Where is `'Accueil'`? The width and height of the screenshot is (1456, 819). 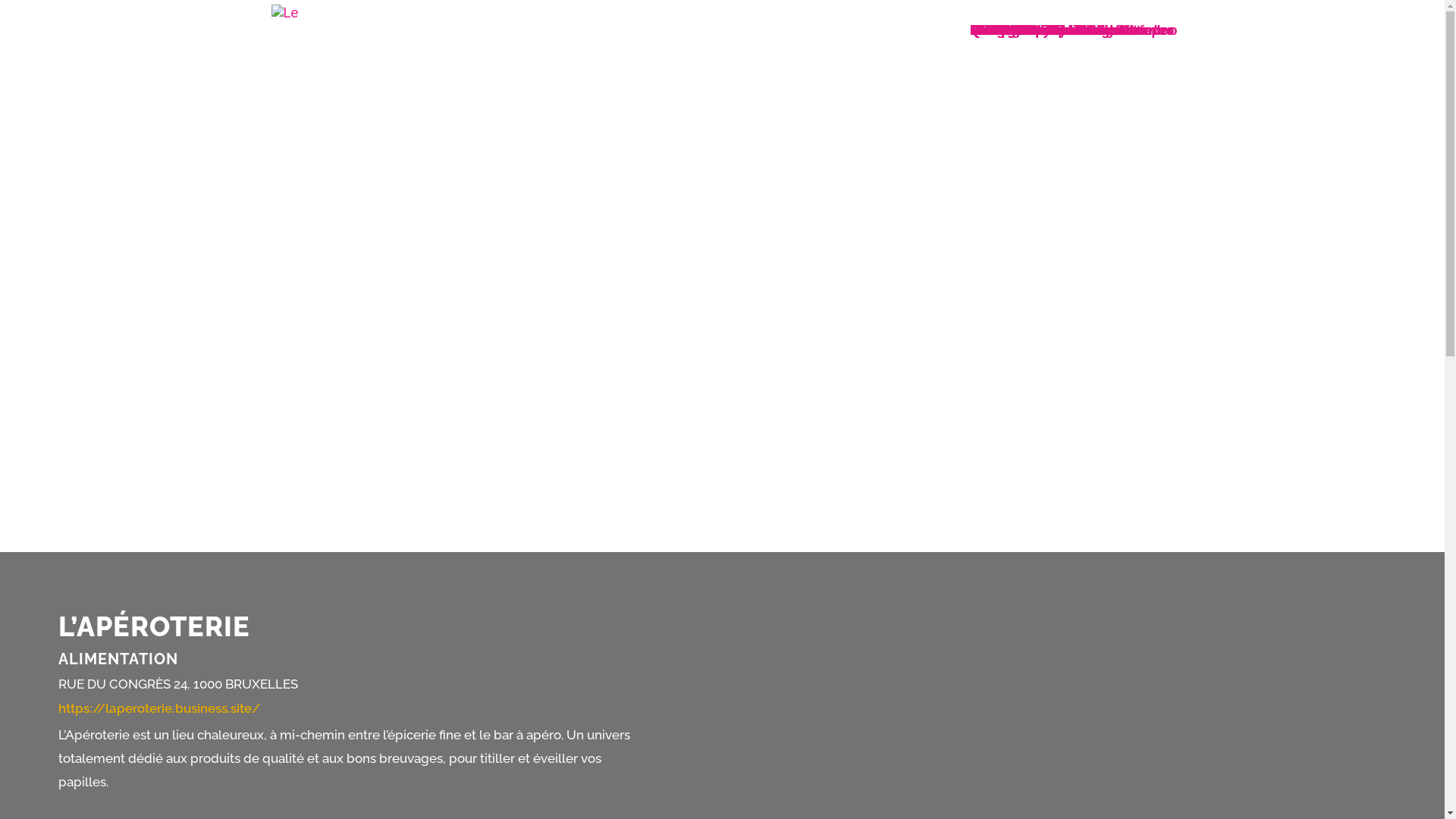 'Accueil' is located at coordinates (993, 30).